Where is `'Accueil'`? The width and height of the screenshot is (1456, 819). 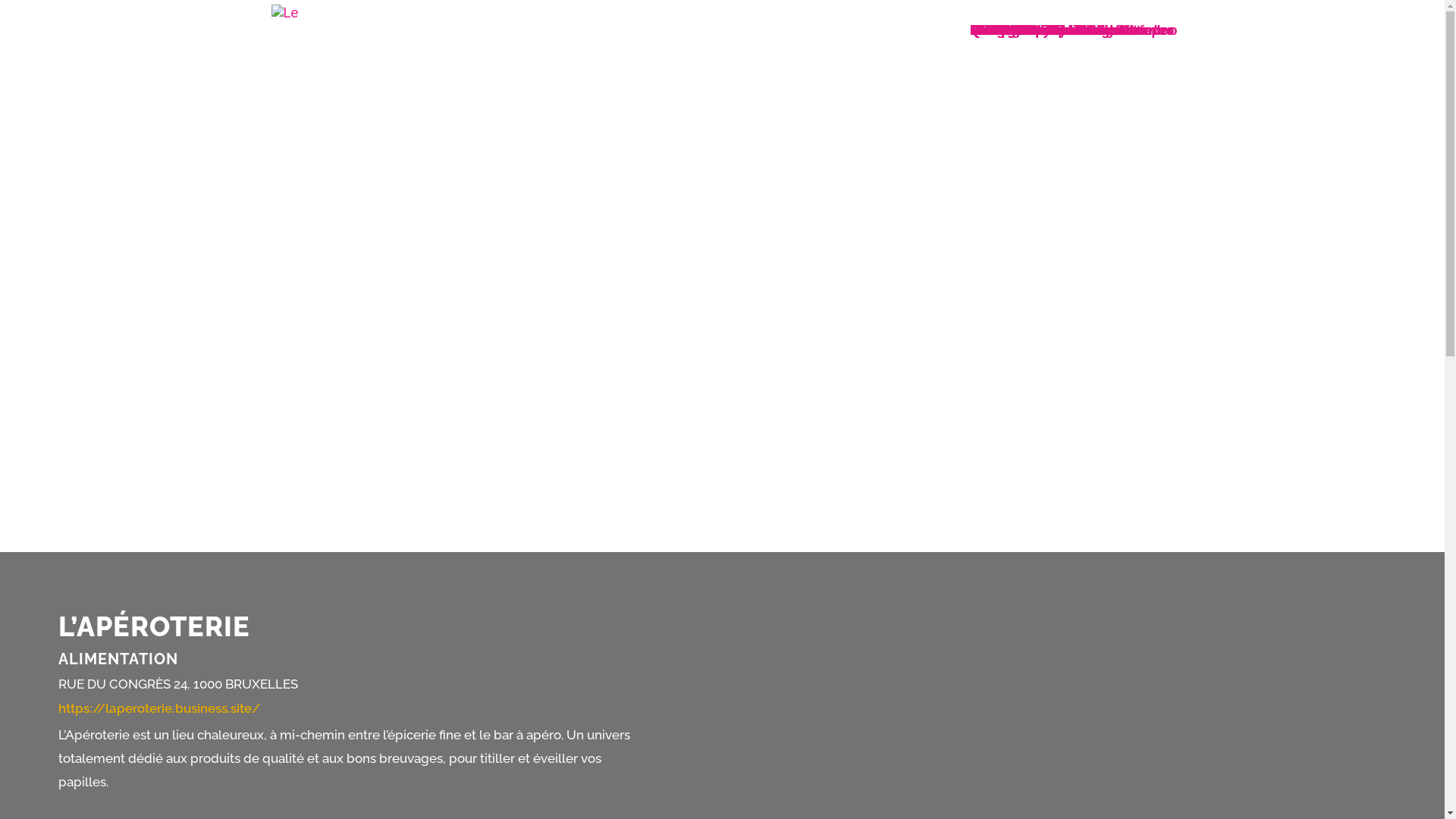 'Accueil' is located at coordinates (993, 30).